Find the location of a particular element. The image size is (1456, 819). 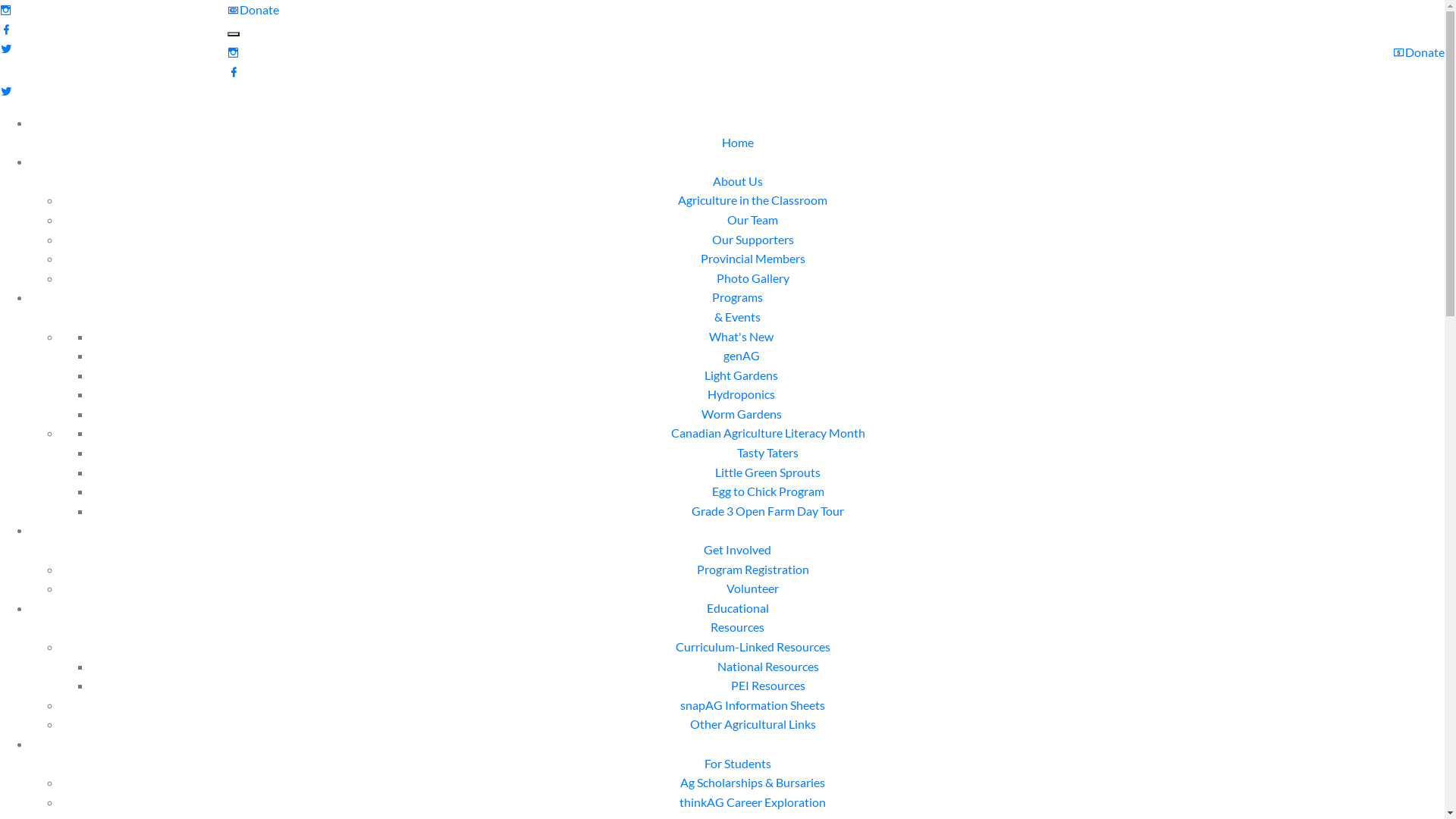

'snapAG Information Sheets' is located at coordinates (752, 704).